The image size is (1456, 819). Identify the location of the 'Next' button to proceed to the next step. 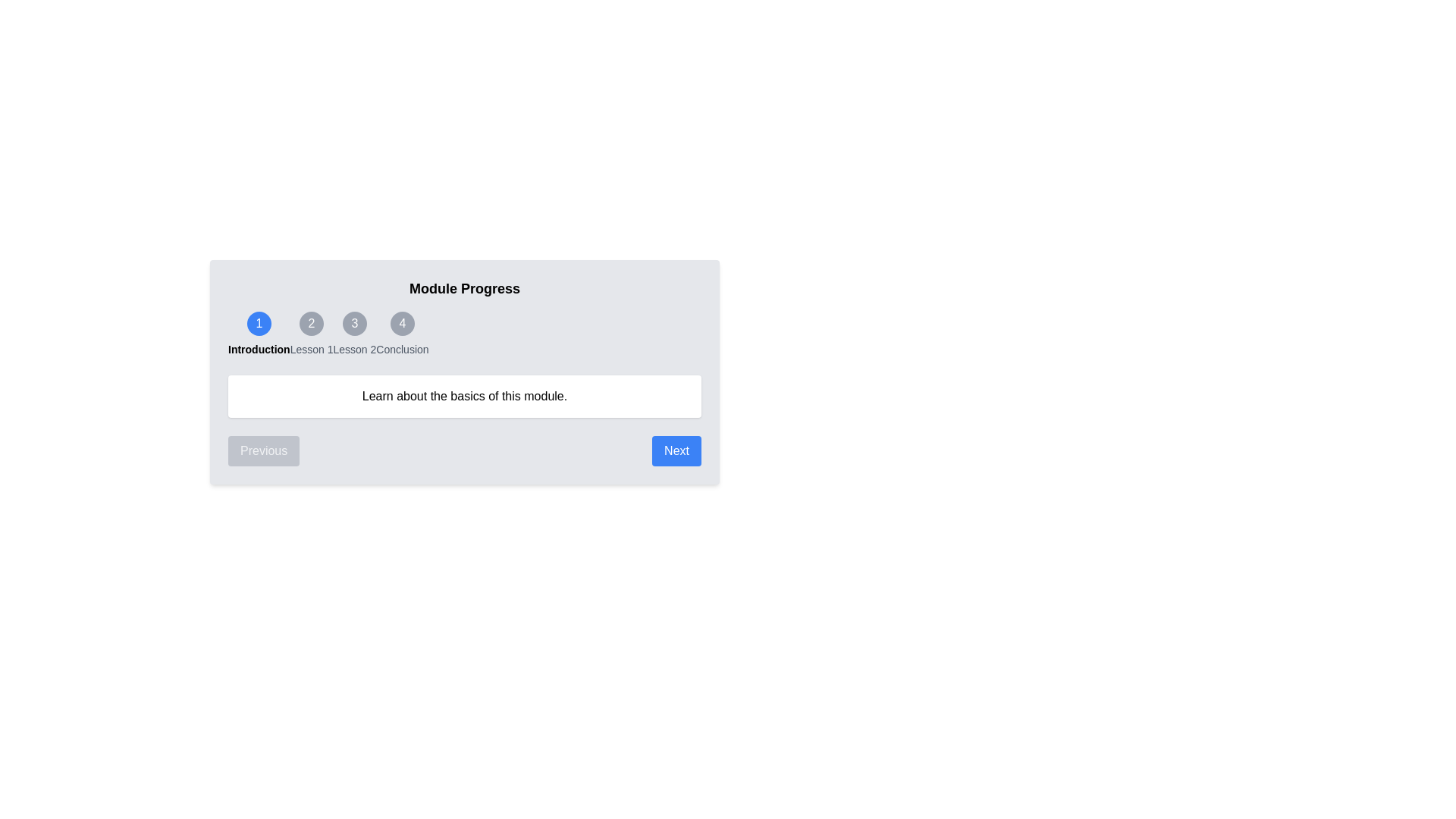
(676, 450).